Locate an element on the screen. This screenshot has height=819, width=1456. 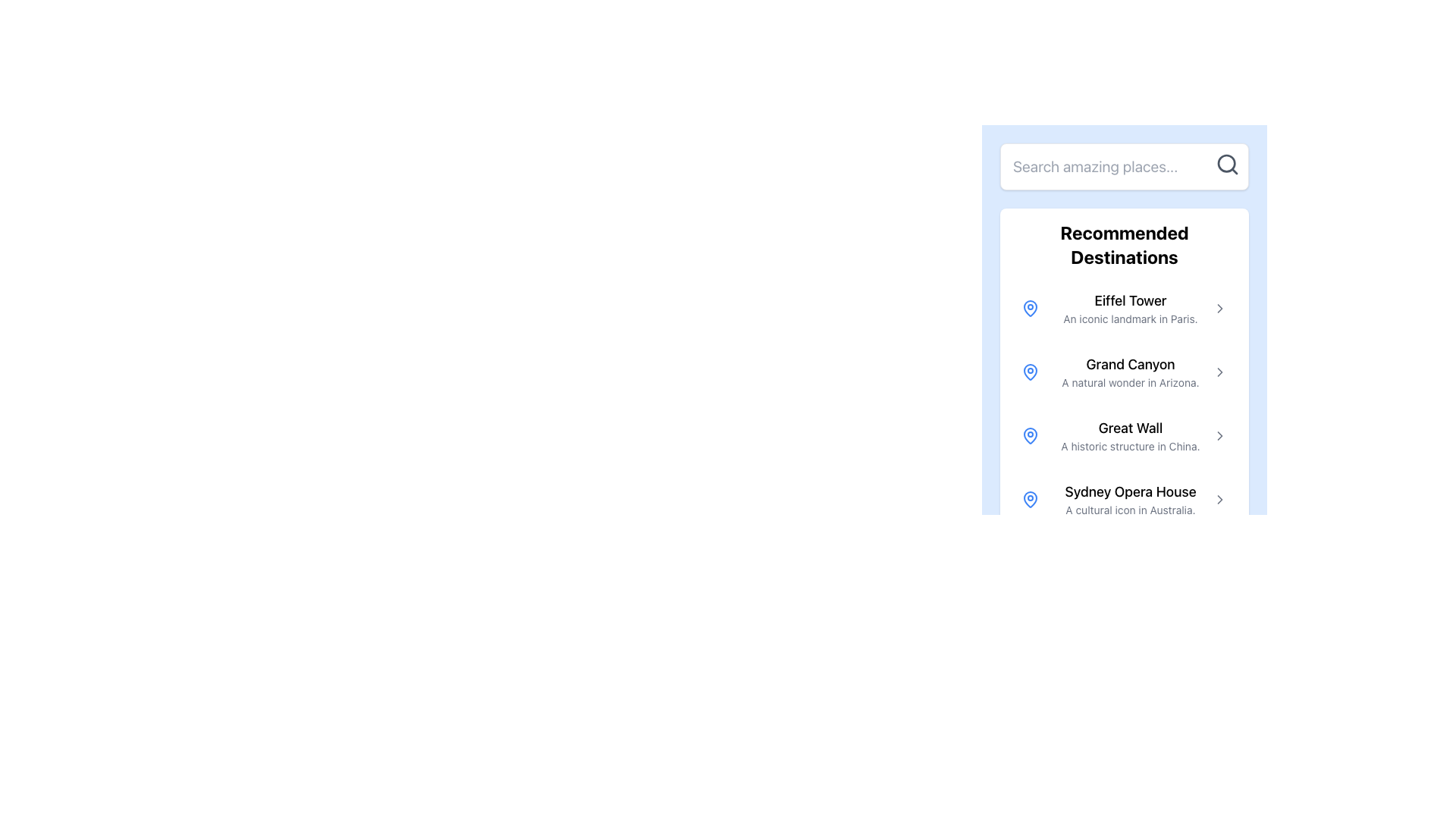
text content of the 'Eiffel Tower' display, which includes the bold title and the description located in the recommended destinations list is located at coordinates (1131, 308).